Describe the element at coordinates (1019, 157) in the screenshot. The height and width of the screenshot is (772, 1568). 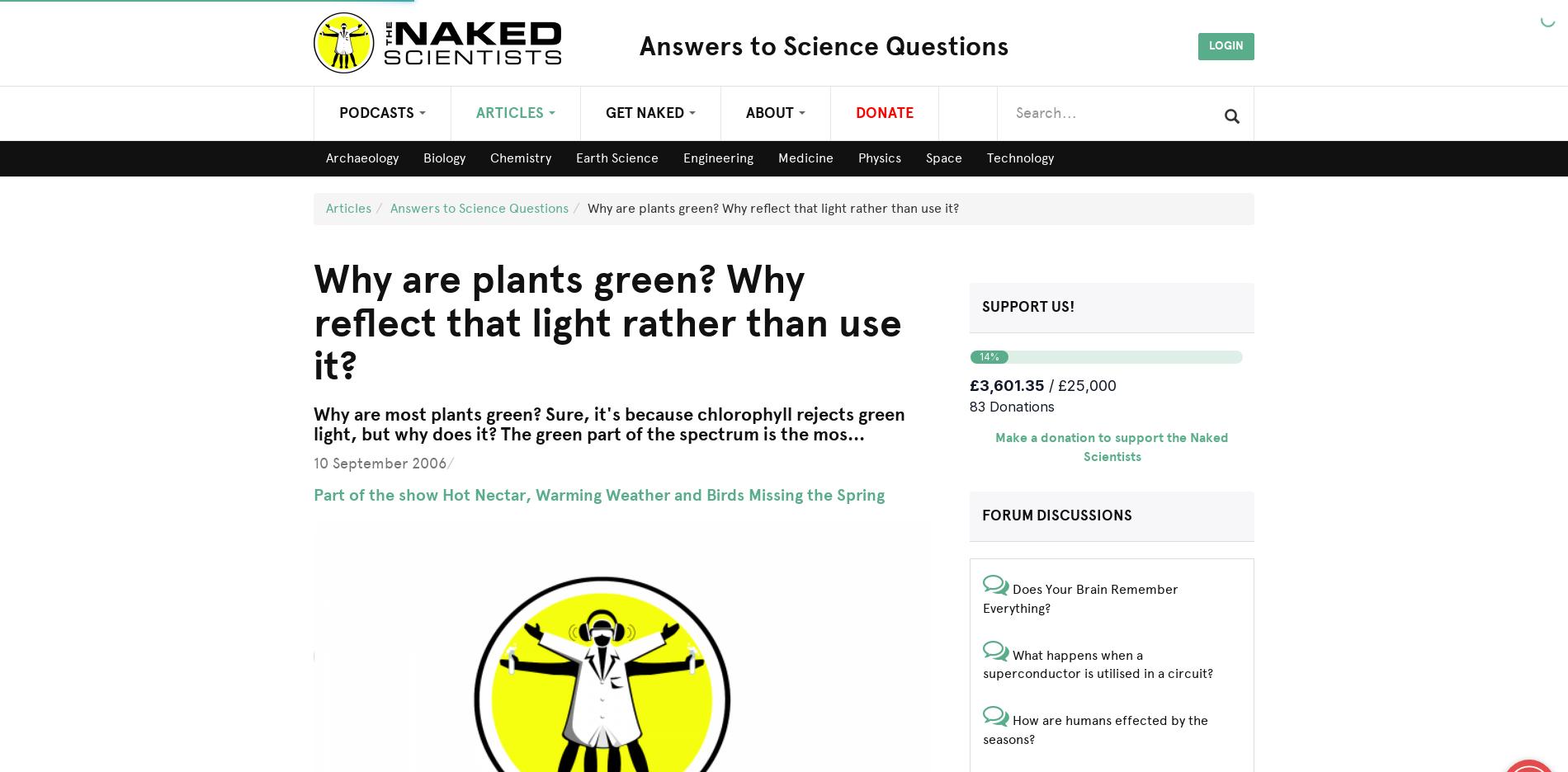
I see `'Technology'` at that location.